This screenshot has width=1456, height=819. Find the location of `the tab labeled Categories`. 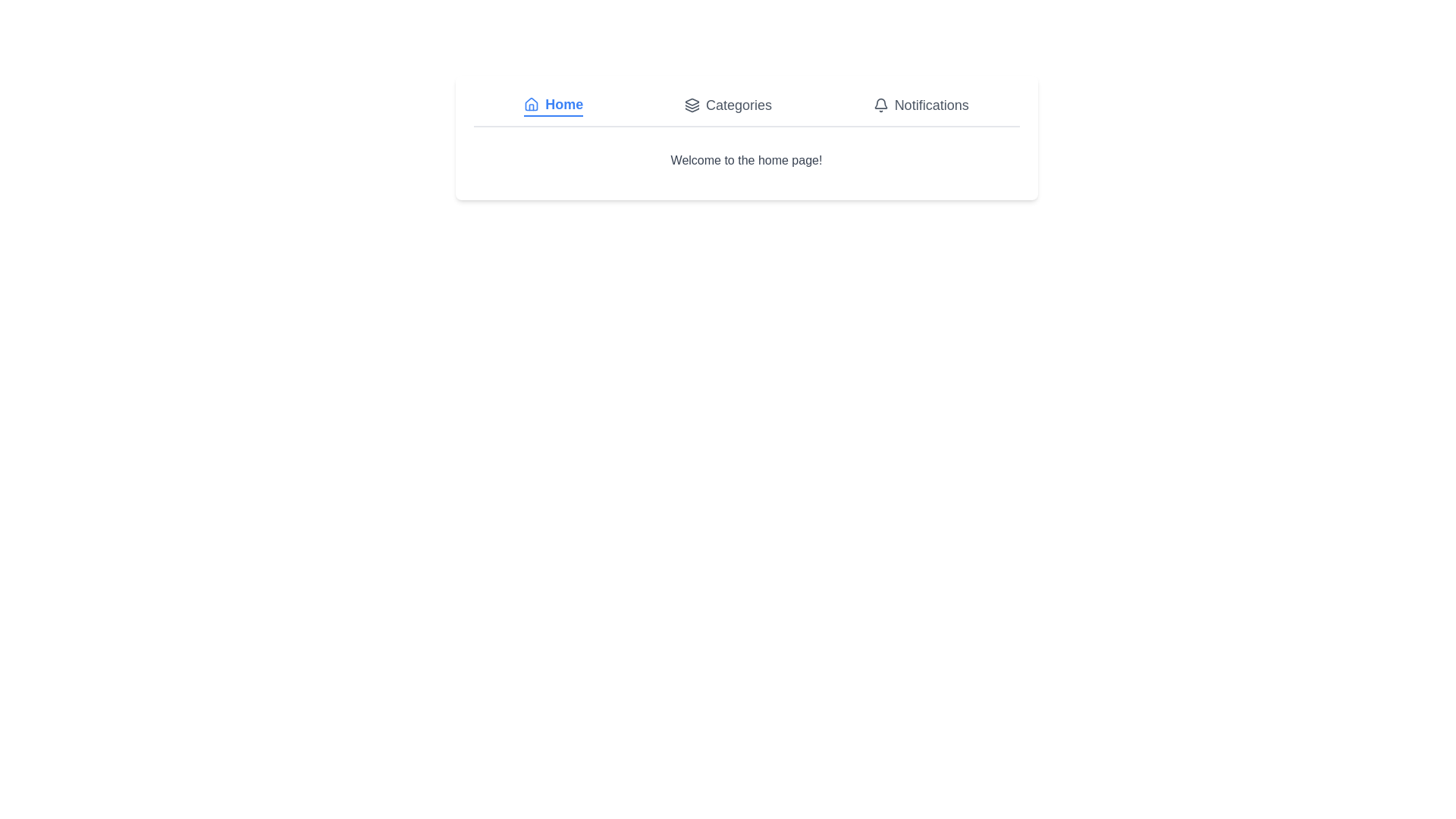

the tab labeled Categories is located at coordinates (728, 104).